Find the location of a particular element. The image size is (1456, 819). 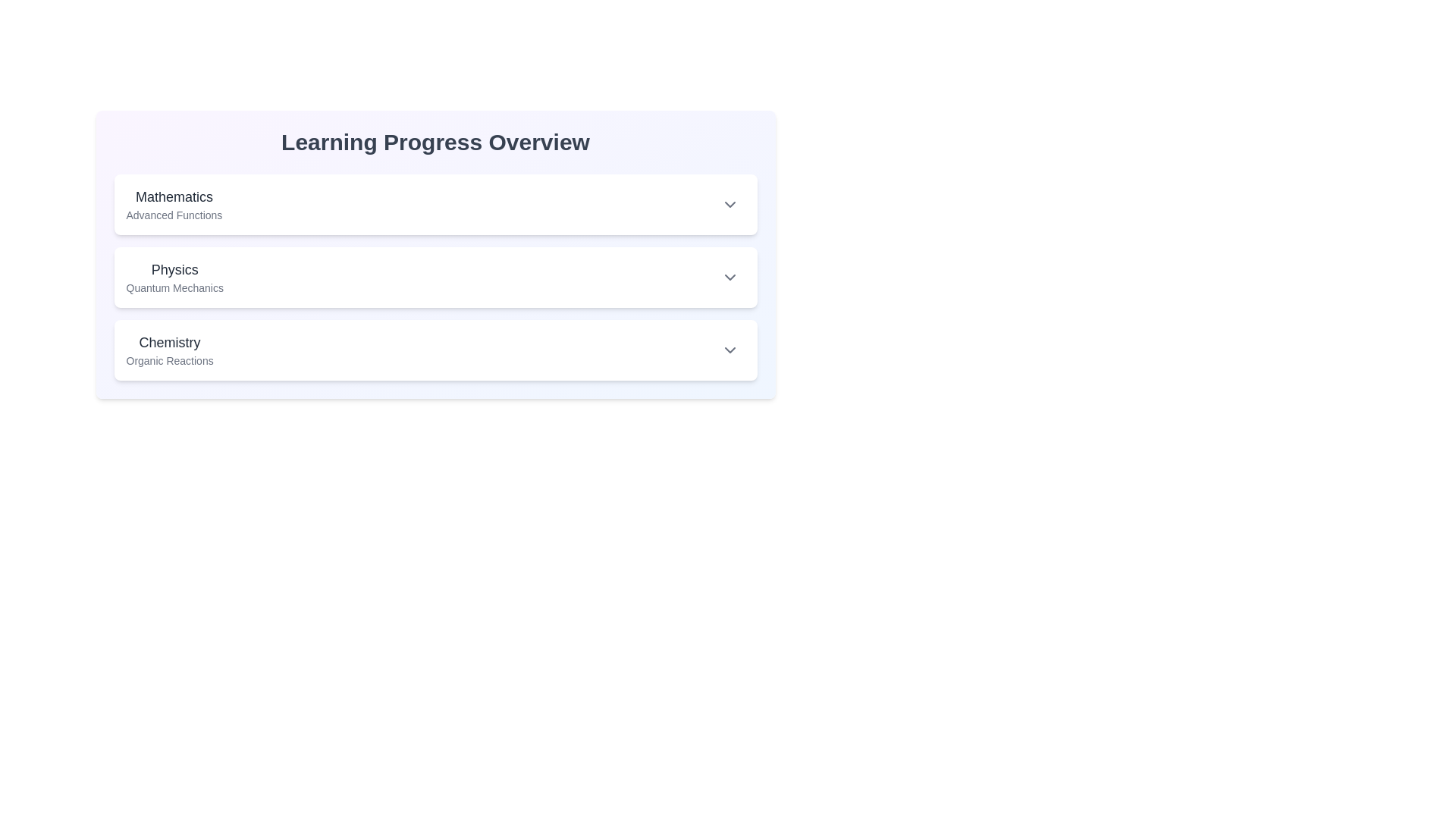

the downward-facing chevron icon at the end of the 'Chemistry' and 'Organic Reactions' row is located at coordinates (730, 350).